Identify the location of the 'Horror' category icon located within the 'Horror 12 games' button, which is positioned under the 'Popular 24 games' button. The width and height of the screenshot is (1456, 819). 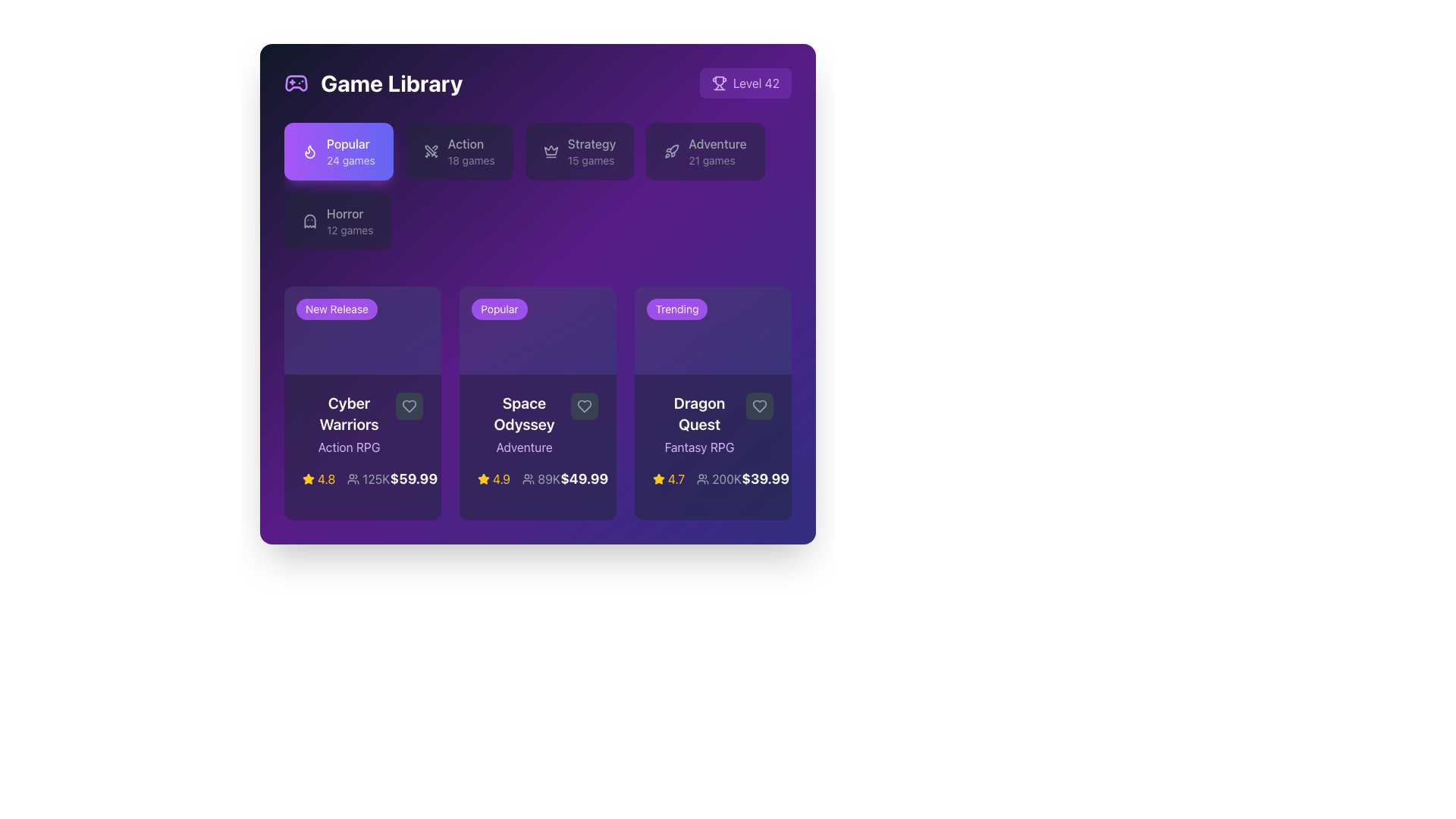
(309, 221).